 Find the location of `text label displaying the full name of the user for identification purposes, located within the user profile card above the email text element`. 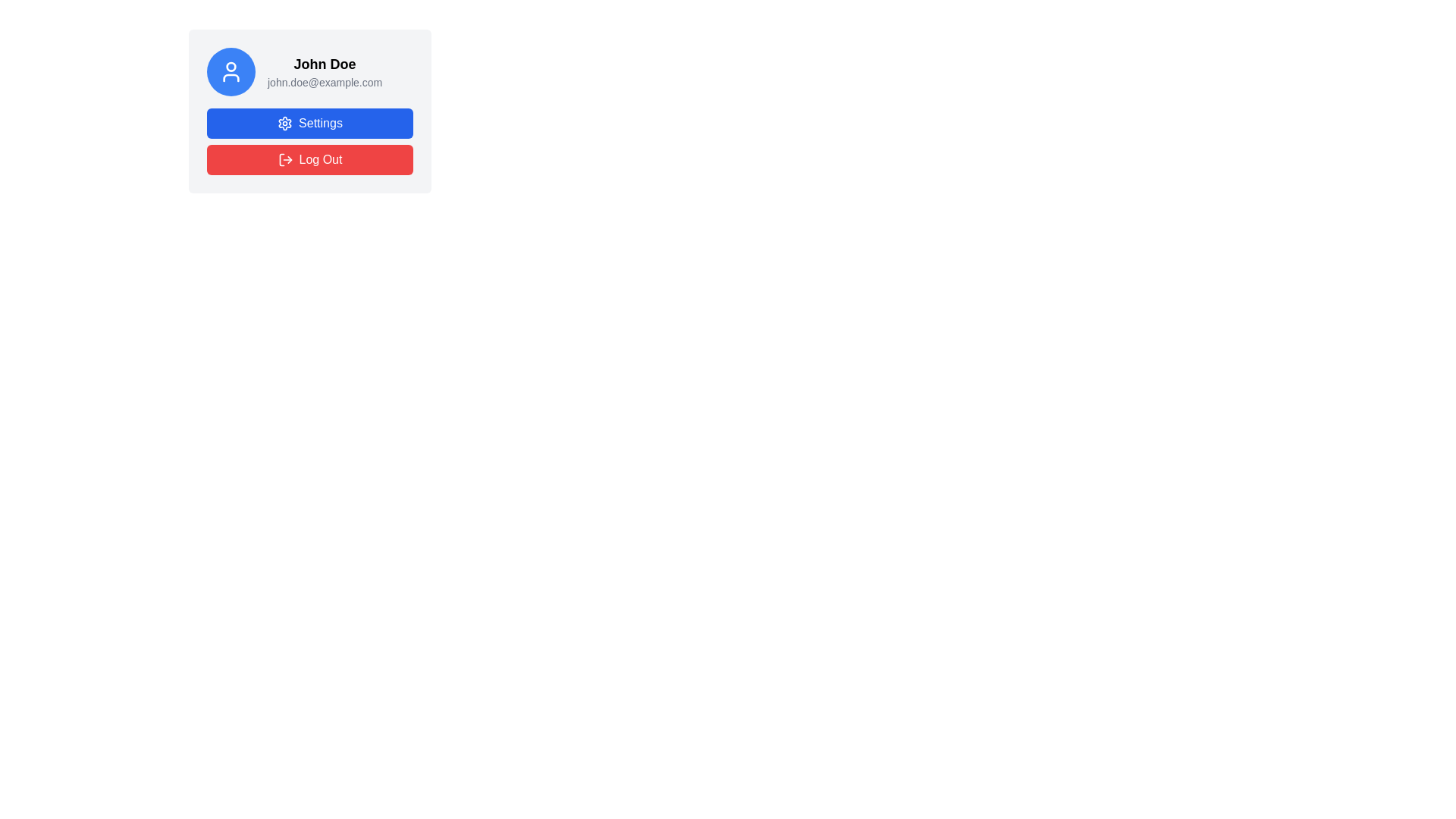

text label displaying the full name of the user for identification purposes, located within the user profile card above the email text element is located at coordinates (324, 63).